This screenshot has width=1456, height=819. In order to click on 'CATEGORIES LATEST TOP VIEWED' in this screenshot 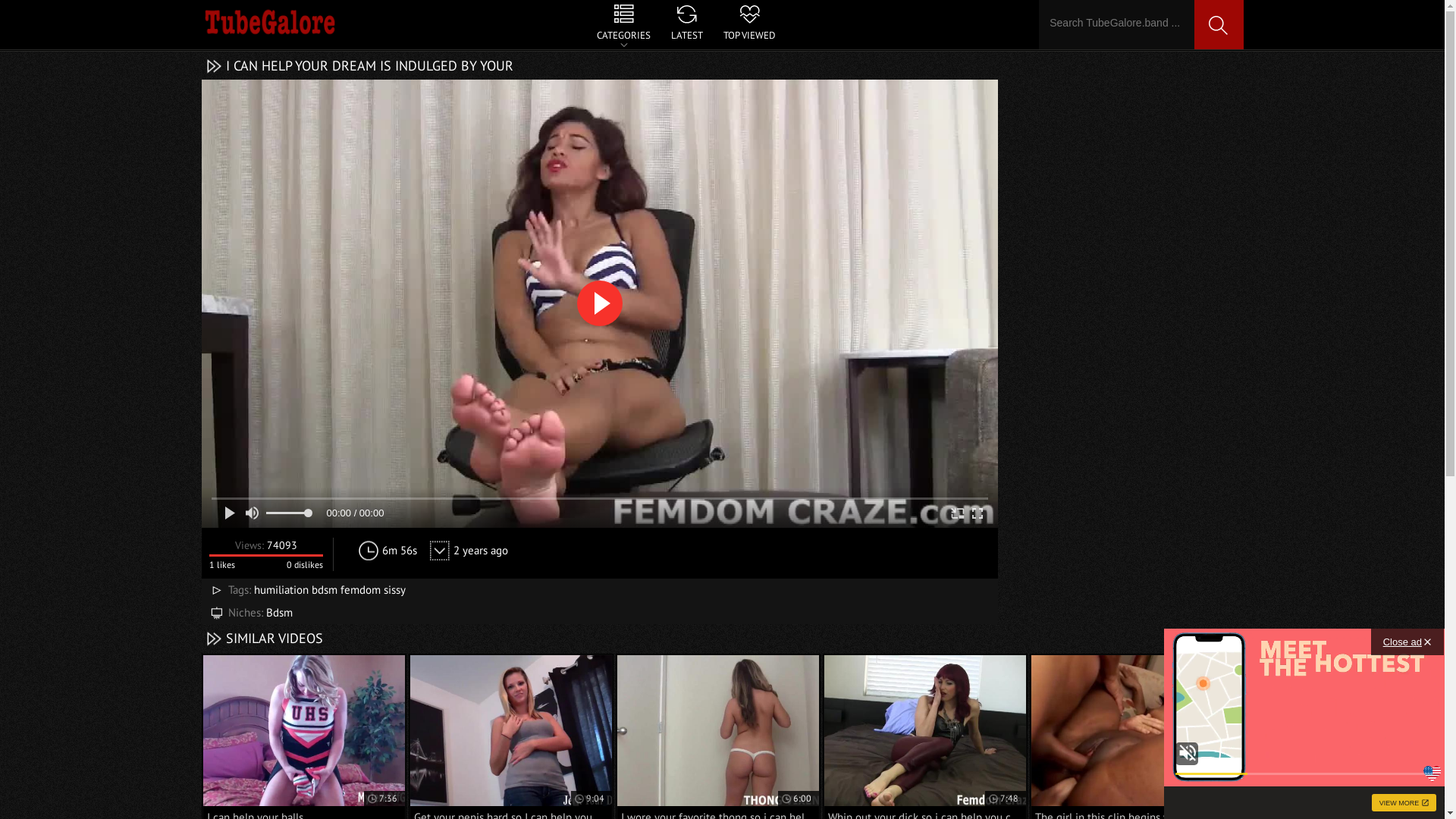, I will do `click(686, 24)`.